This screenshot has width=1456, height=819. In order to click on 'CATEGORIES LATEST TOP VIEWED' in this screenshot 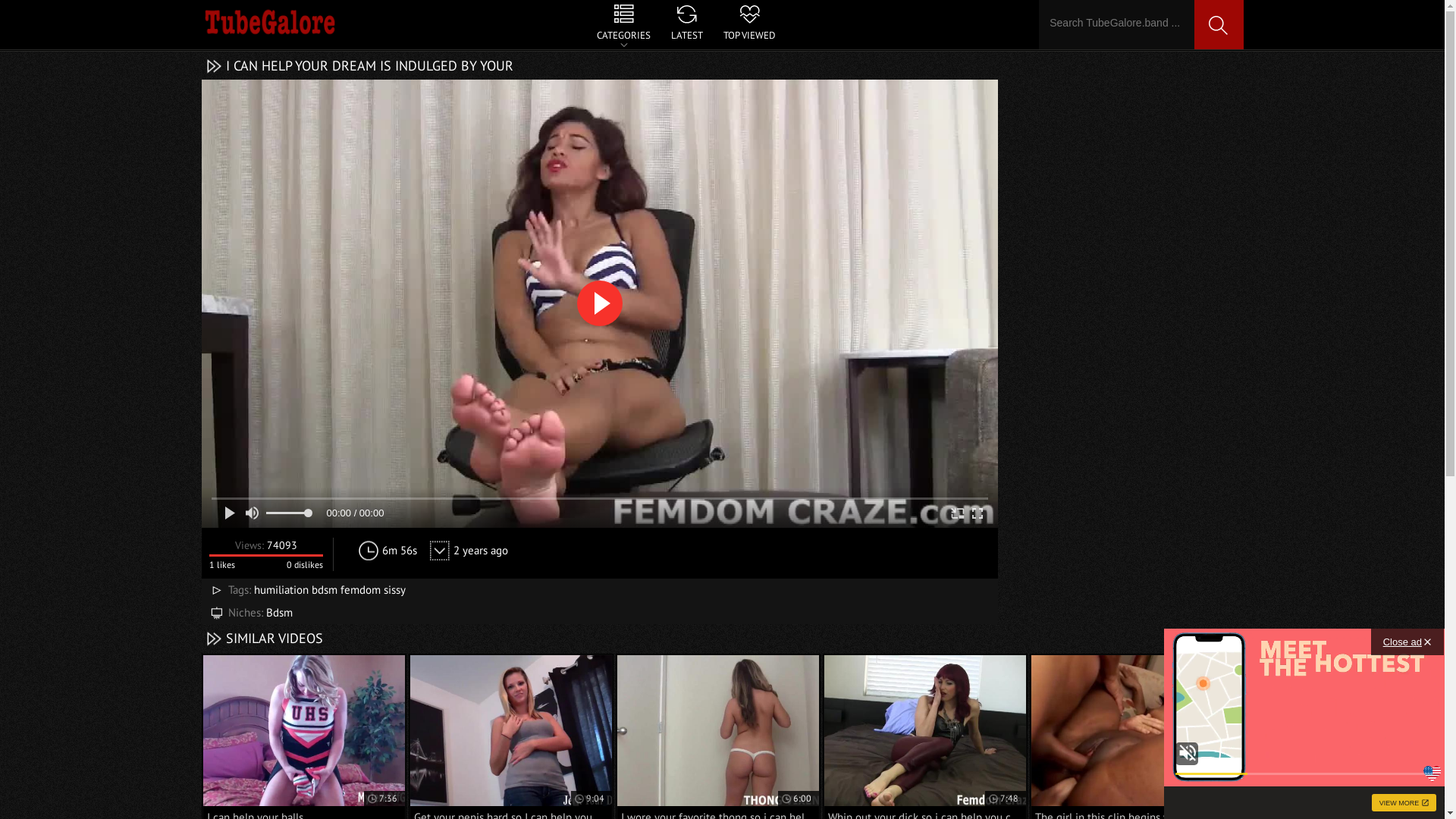, I will do `click(686, 24)`.